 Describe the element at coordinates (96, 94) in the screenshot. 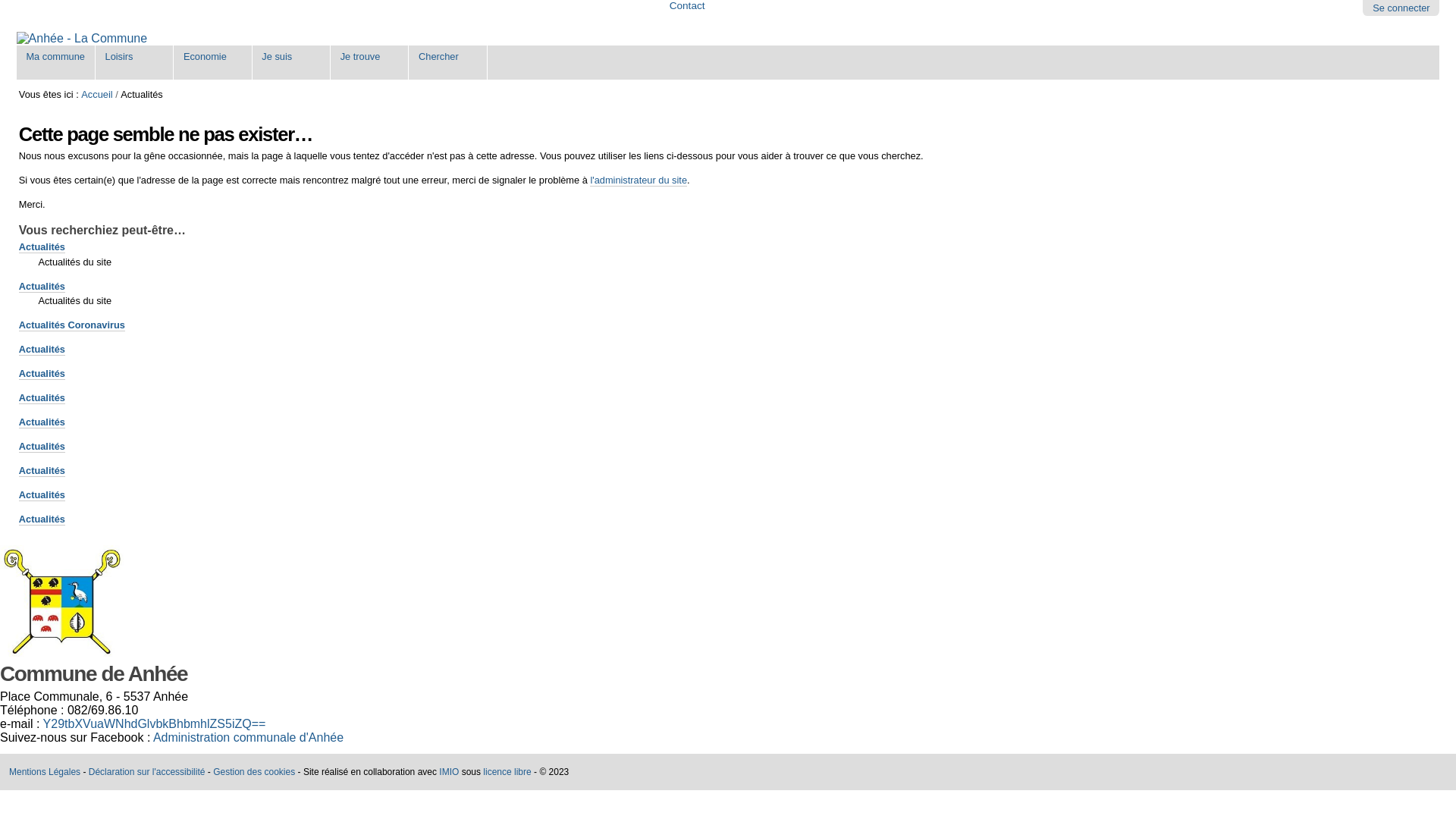

I see `'Accueil'` at that location.